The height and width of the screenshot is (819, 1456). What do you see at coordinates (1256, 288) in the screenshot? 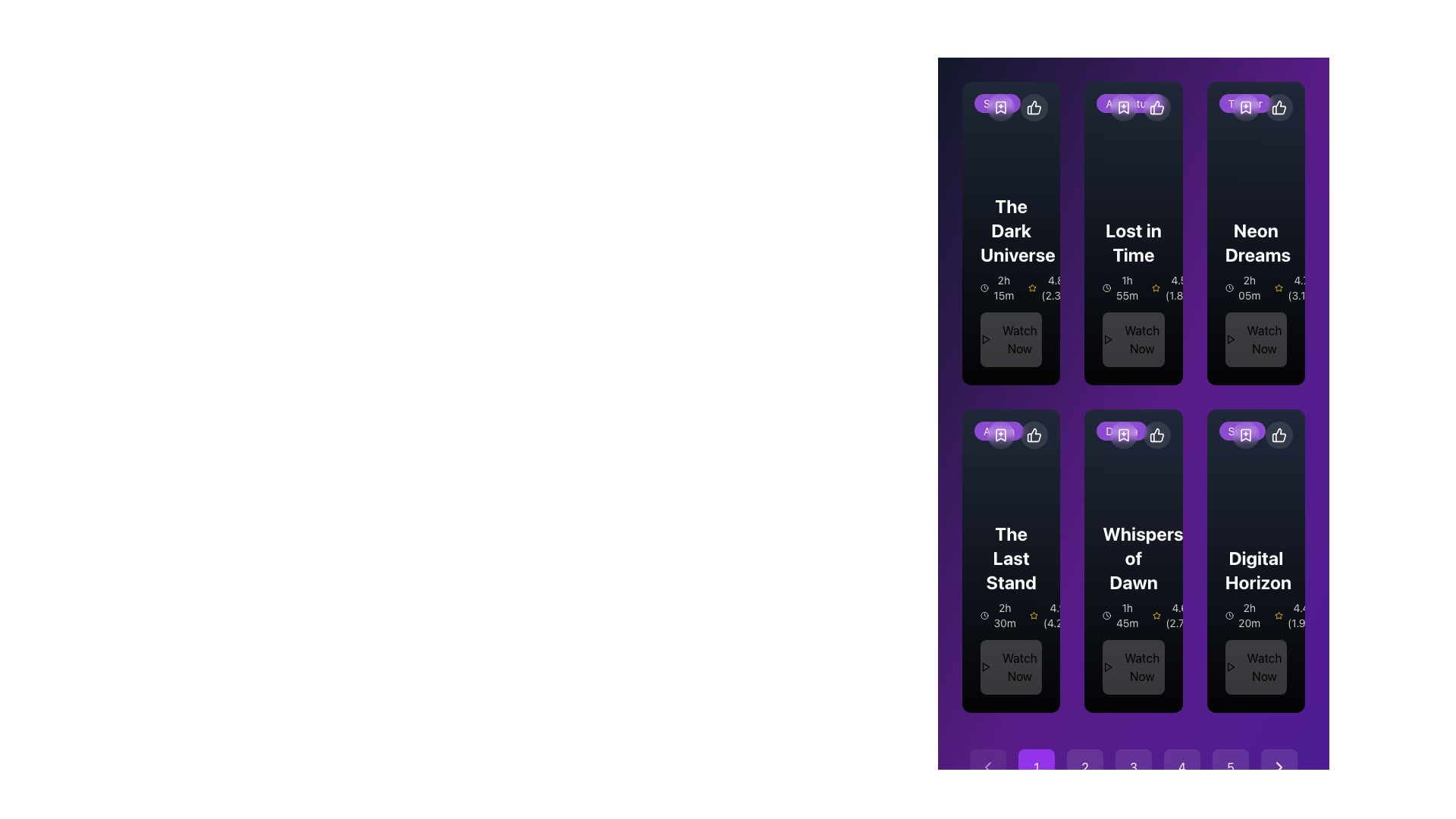
I see `the text-based informational element displaying the duration of the movie 'Neon Dreams', located above the rating and 'Watch Now' button in the card grid` at bounding box center [1256, 288].